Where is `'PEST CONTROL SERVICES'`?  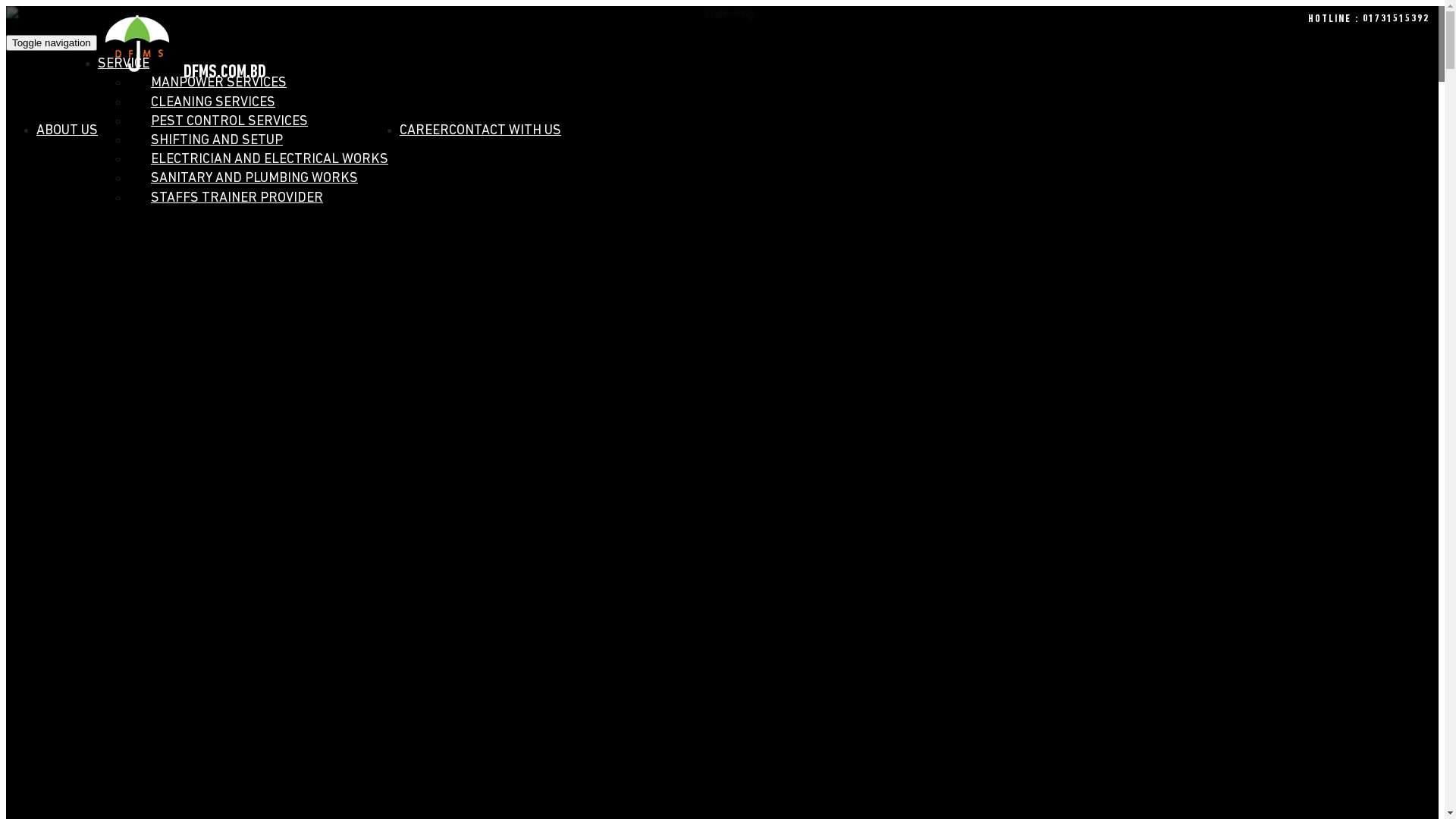 'PEST CONTROL SERVICES' is located at coordinates (222, 121).